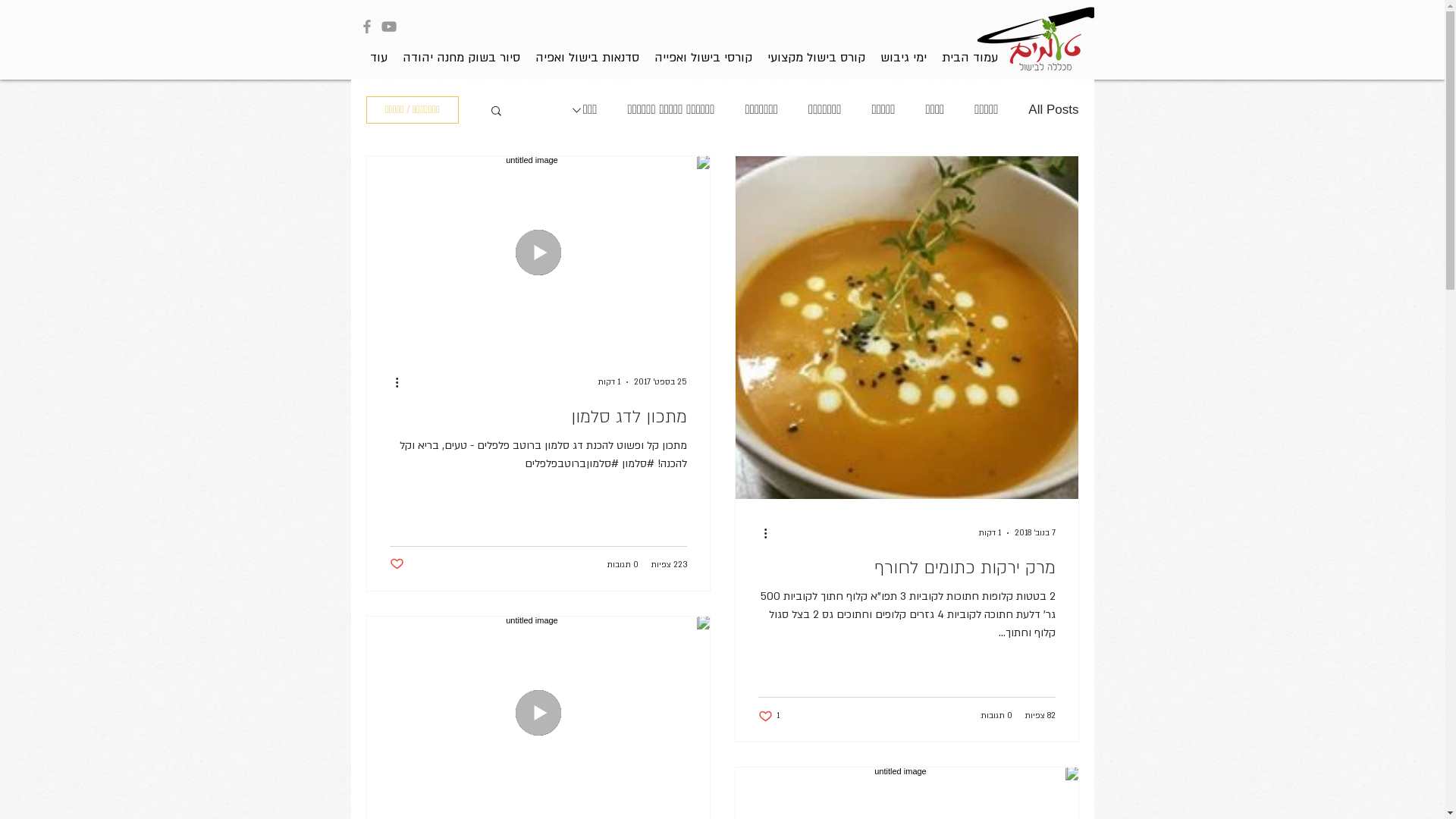  Describe the element at coordinates (1028, 109) in the screenshot. I see `'All Posts'` at that location.